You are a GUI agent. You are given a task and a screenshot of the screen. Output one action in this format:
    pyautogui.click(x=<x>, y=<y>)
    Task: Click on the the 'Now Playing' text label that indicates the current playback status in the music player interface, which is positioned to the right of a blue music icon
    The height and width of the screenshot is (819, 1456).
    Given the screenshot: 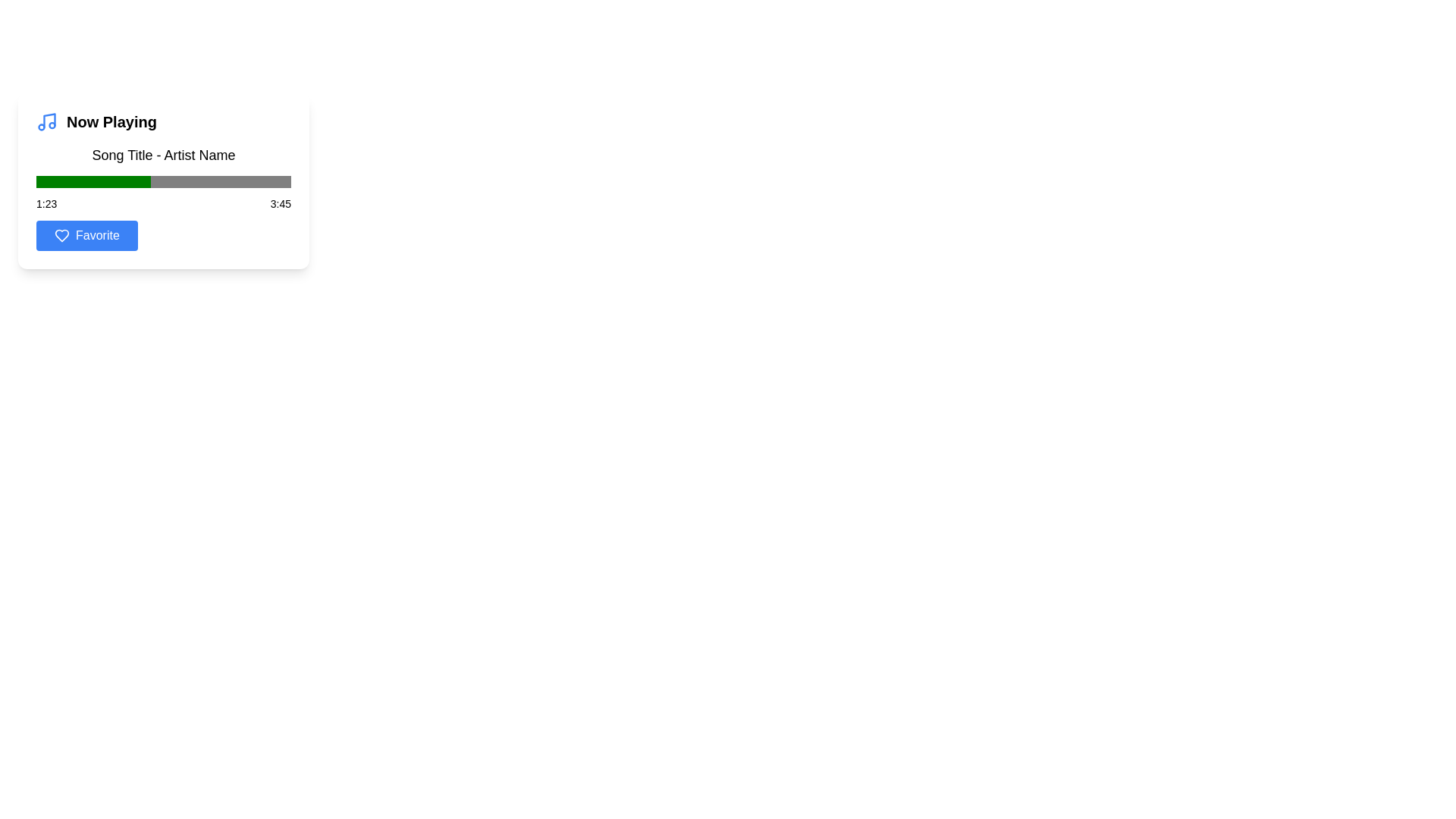 What is the action you would take?
    pyautogui.click(x=111, y=121)
    